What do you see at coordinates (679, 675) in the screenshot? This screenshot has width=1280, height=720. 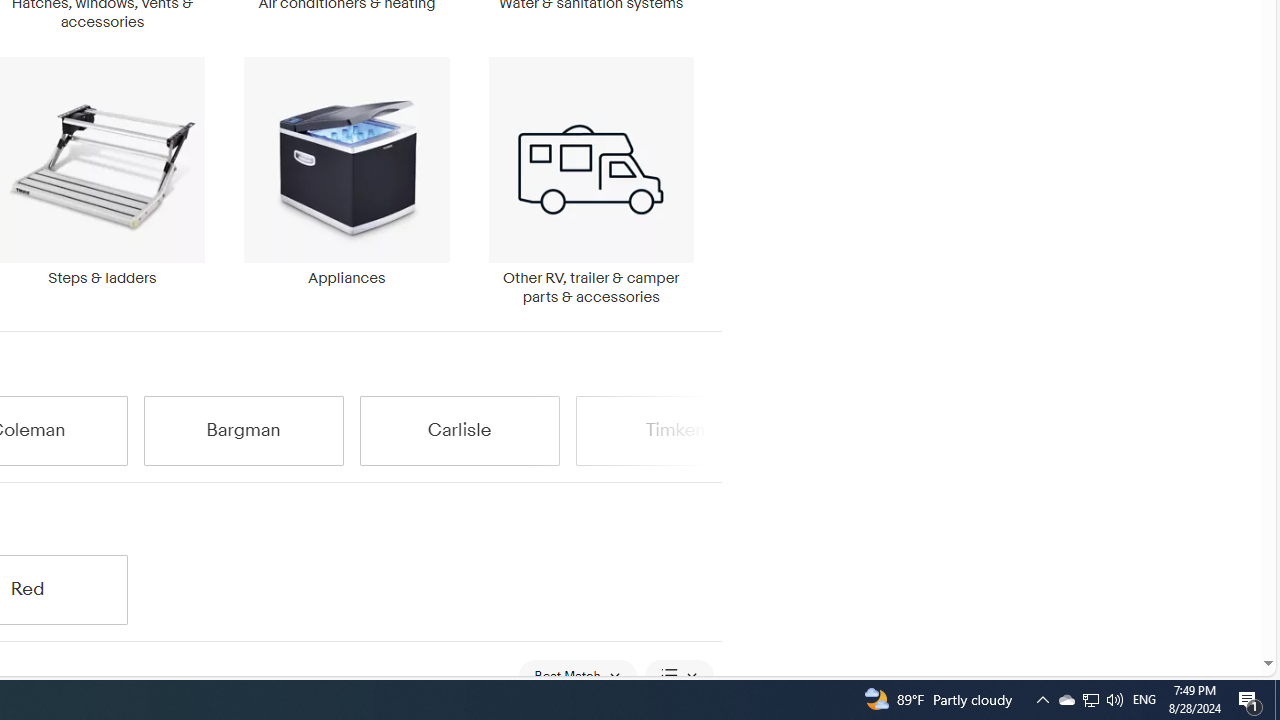 I see `'View: List View'` at bounding box center [679, 675].